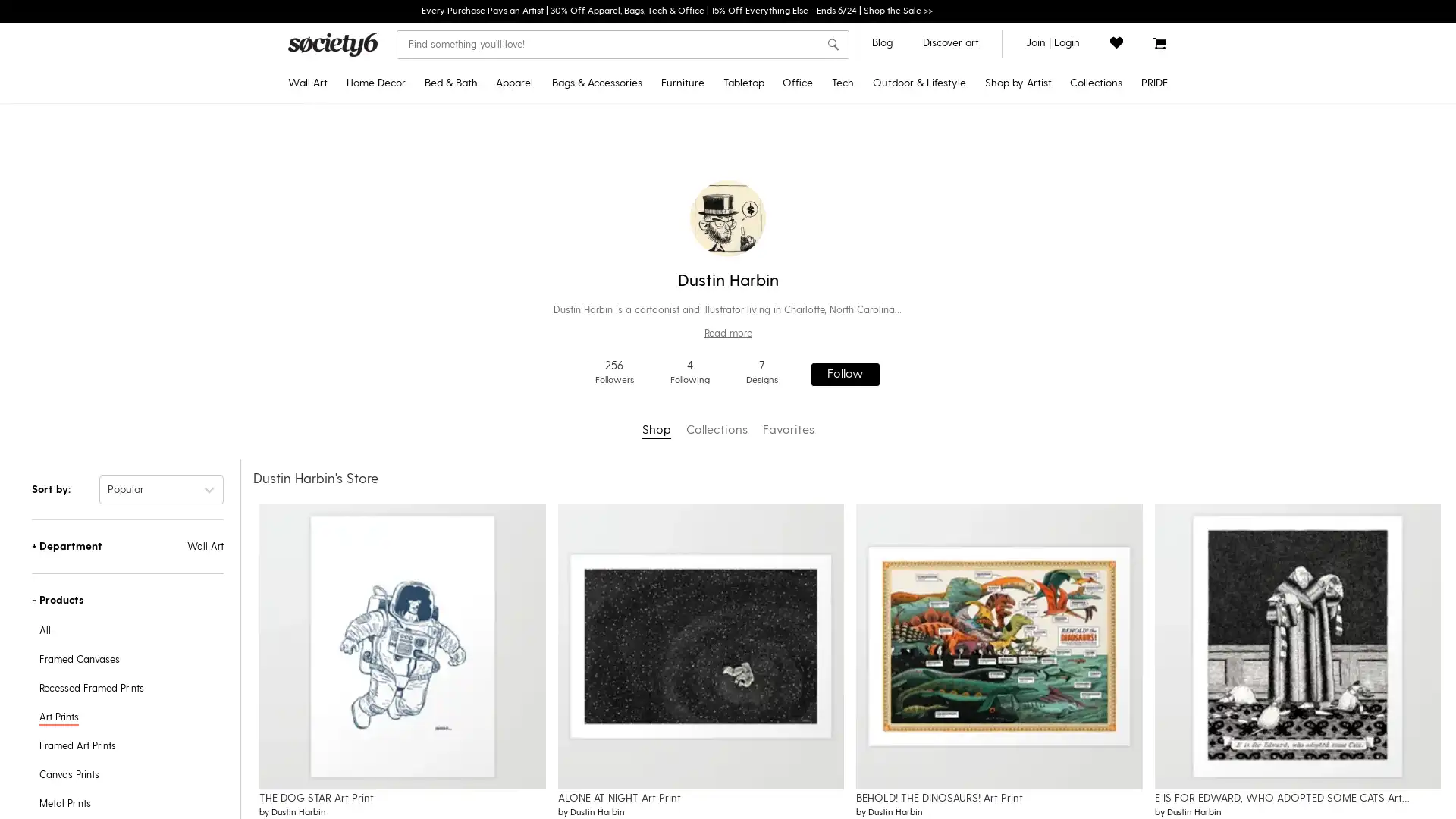 Image resolution: width=1456 pixels, height=819 pixels. I want to click on Discover Black Artists, so click(977, 194).